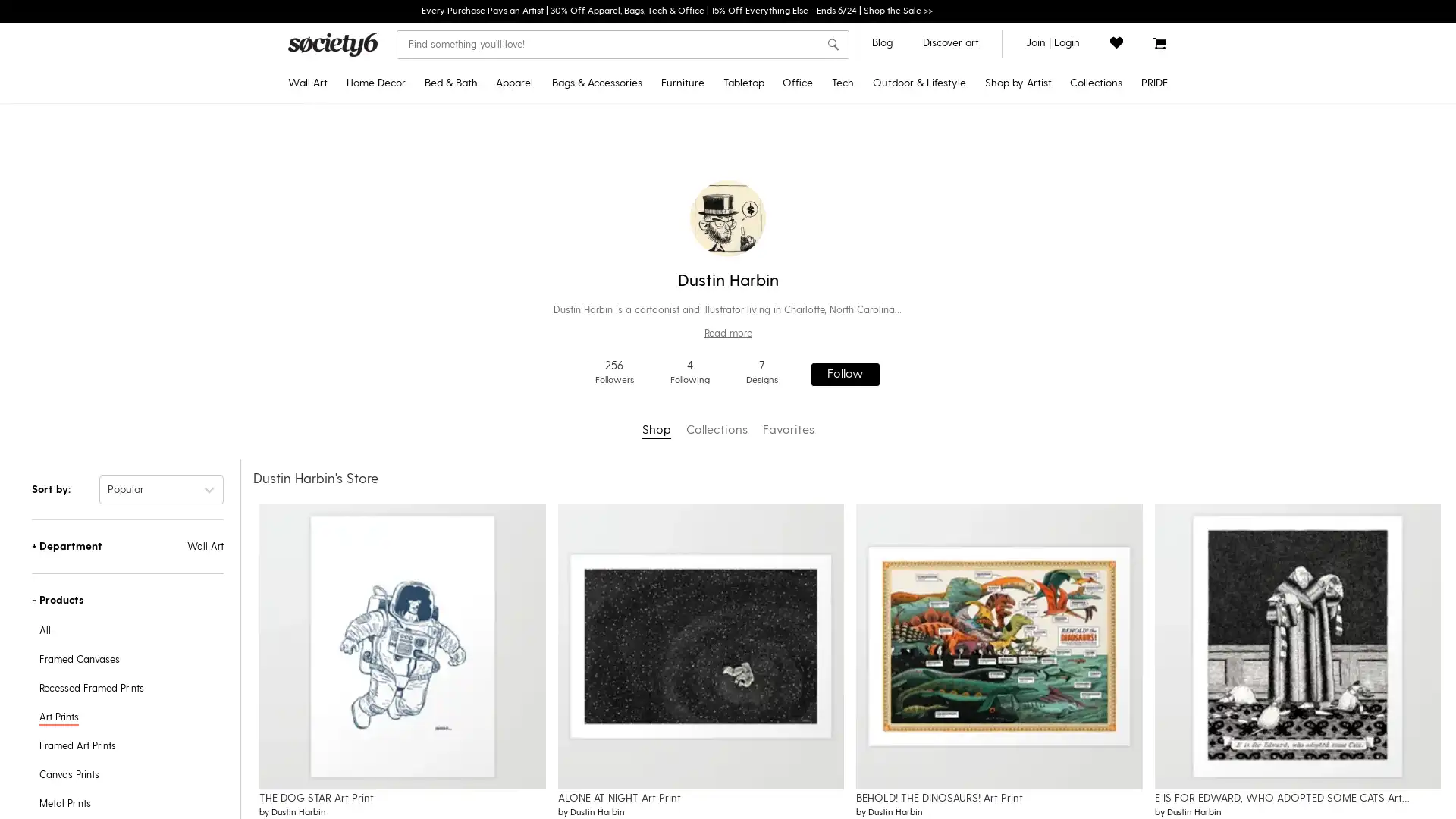 Image resolution: width=1456 pixels, height=819 pixels. I want to click on Discover Black Artists, so click(977, 194).